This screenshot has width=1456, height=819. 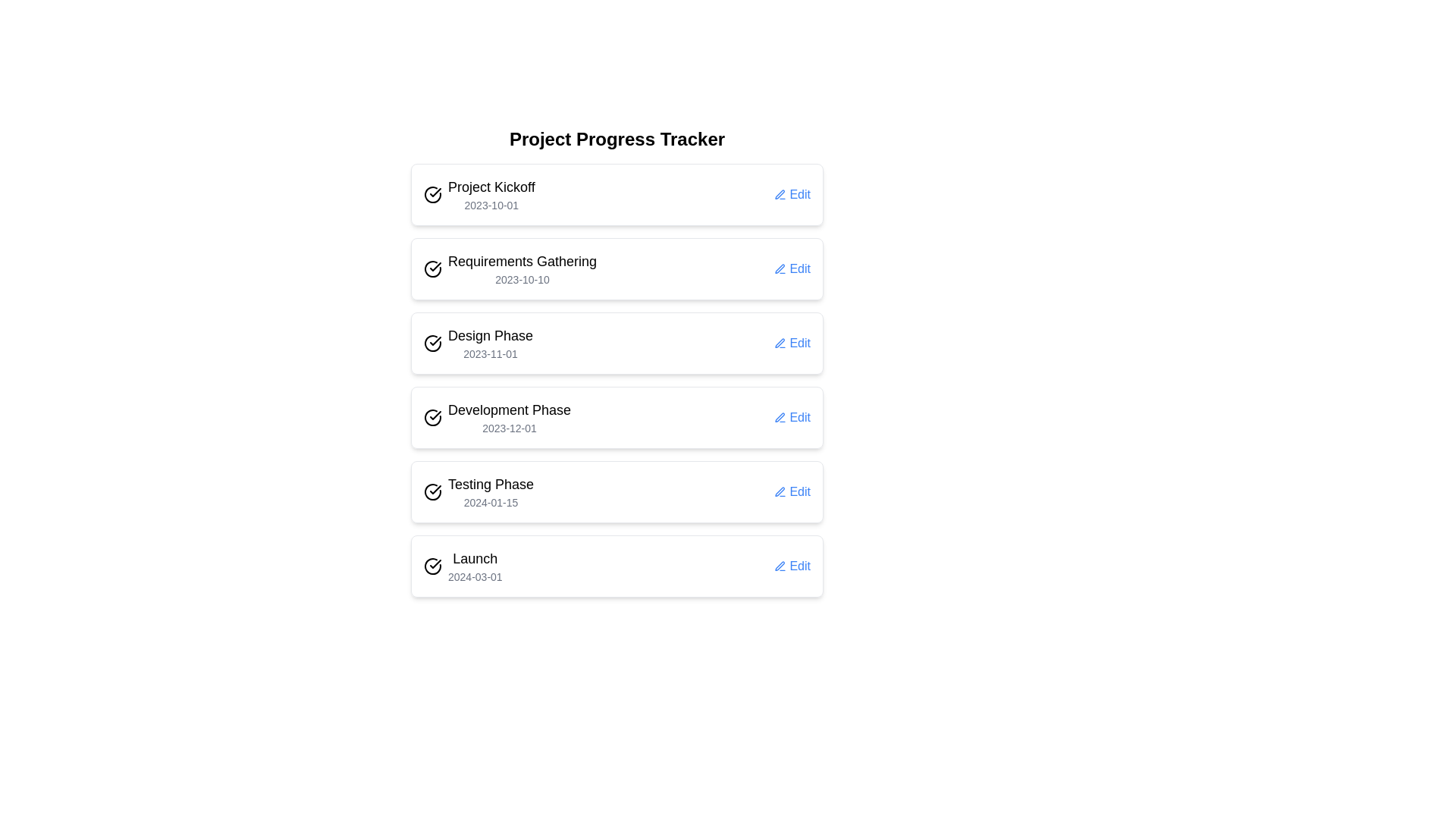 I want to click on the 'Design Phase' text label, which is styled in a larger, bold font and is located between the 'Requirements Gathering' and 'Development Phase' entries in a vertical list, so click(x=491, y=335).